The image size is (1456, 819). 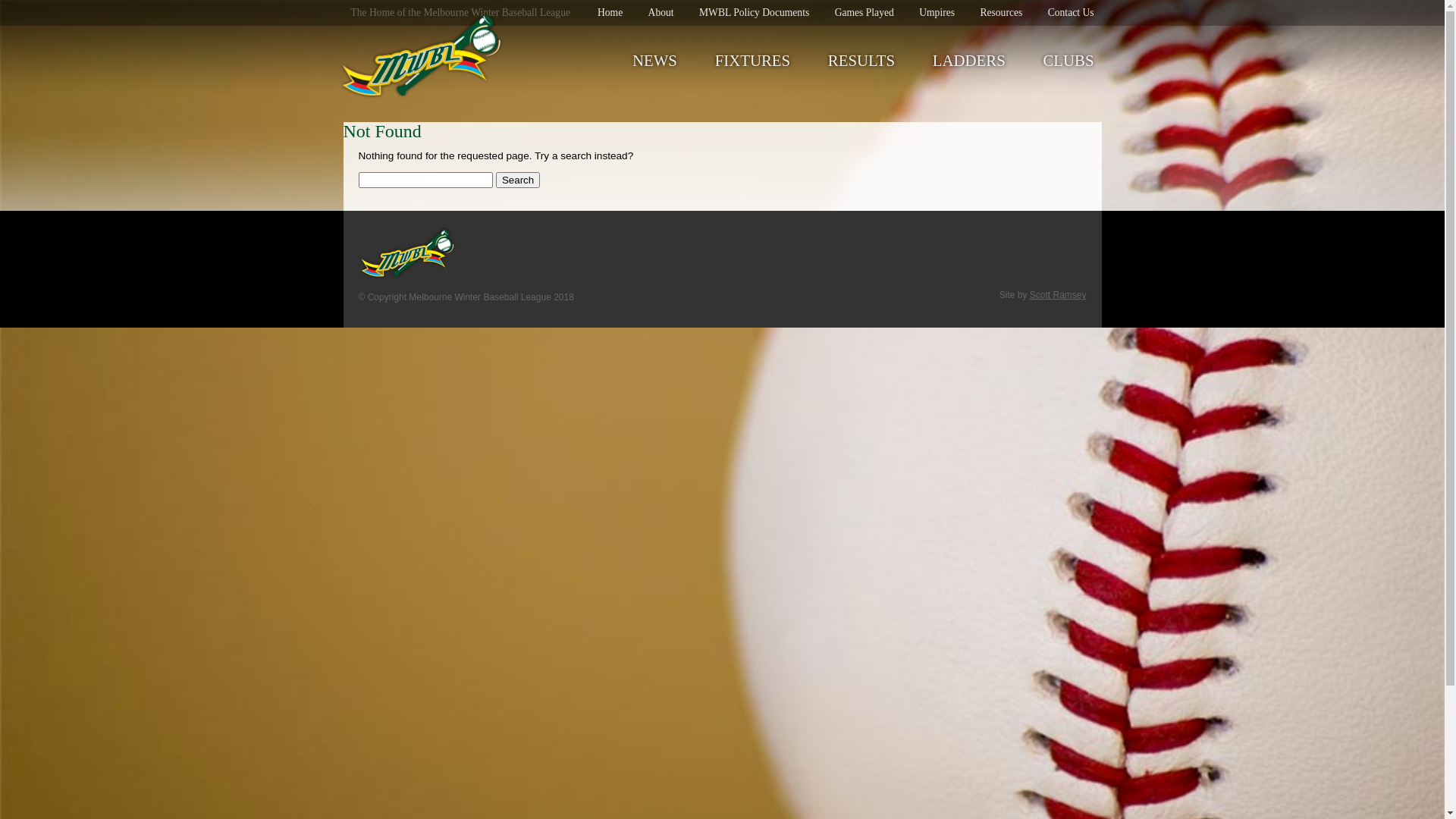 What do you see at coordinates (1001, 12) in the screenshot?
I see `'Resources'` at bounding box center [1001, 12].